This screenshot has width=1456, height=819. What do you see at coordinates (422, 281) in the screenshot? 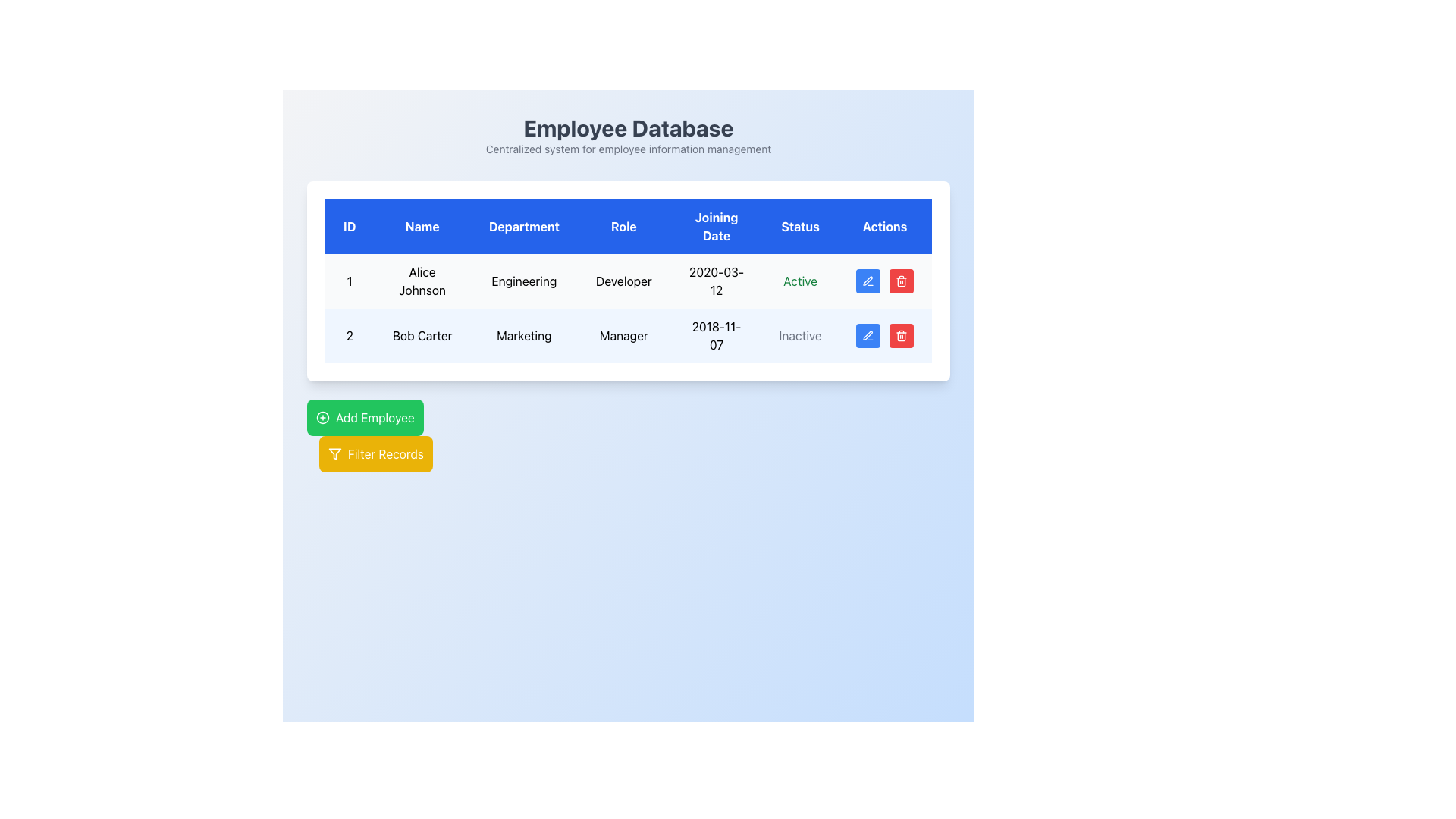
I see `the text label displaying 'Alice Johnson' located in the 'Name' column of the first row in the table` at bounding box center [422, 281].